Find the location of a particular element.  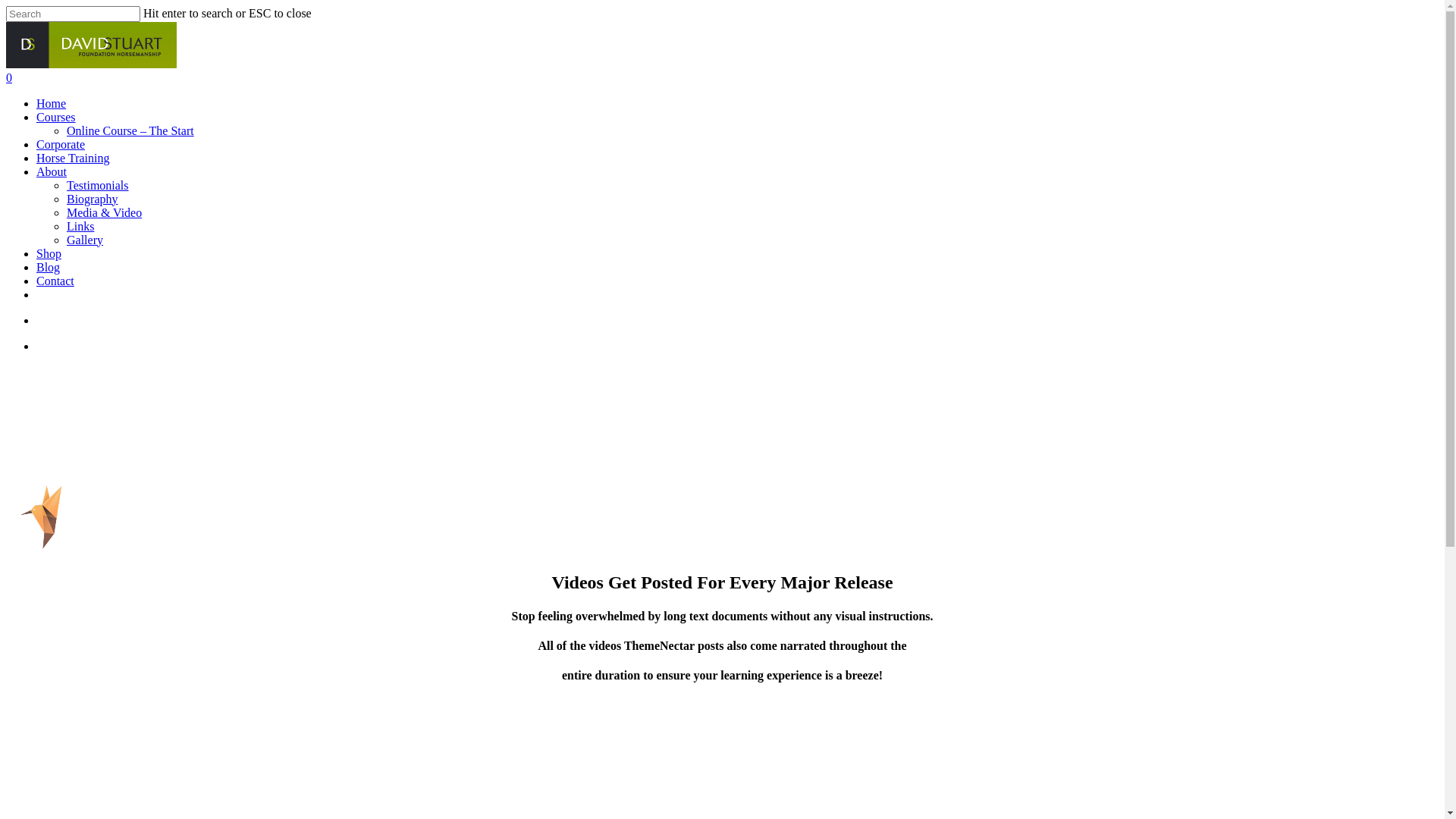

'Gallery' is located at coordinates (83, 239).